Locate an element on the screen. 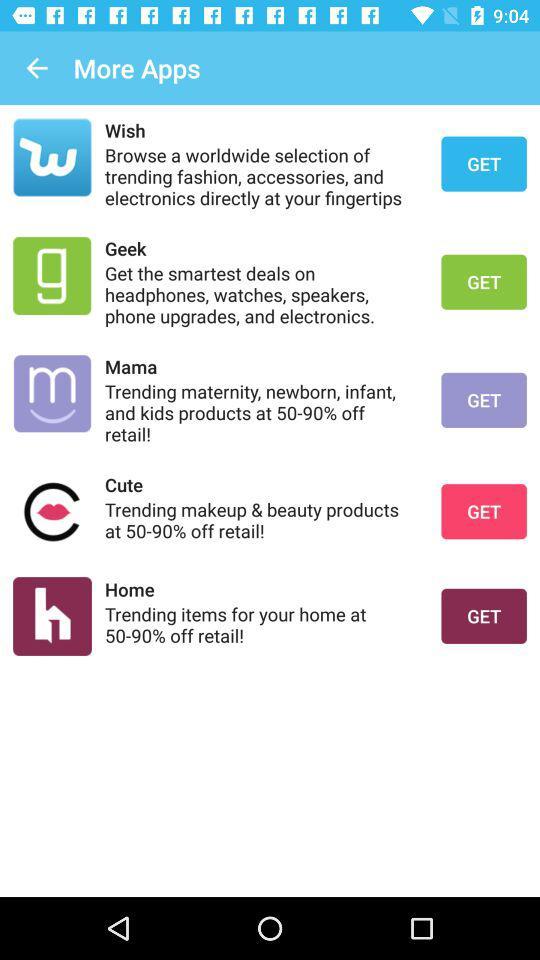  icon to the left of get icon is located at coordinates (260, 129).